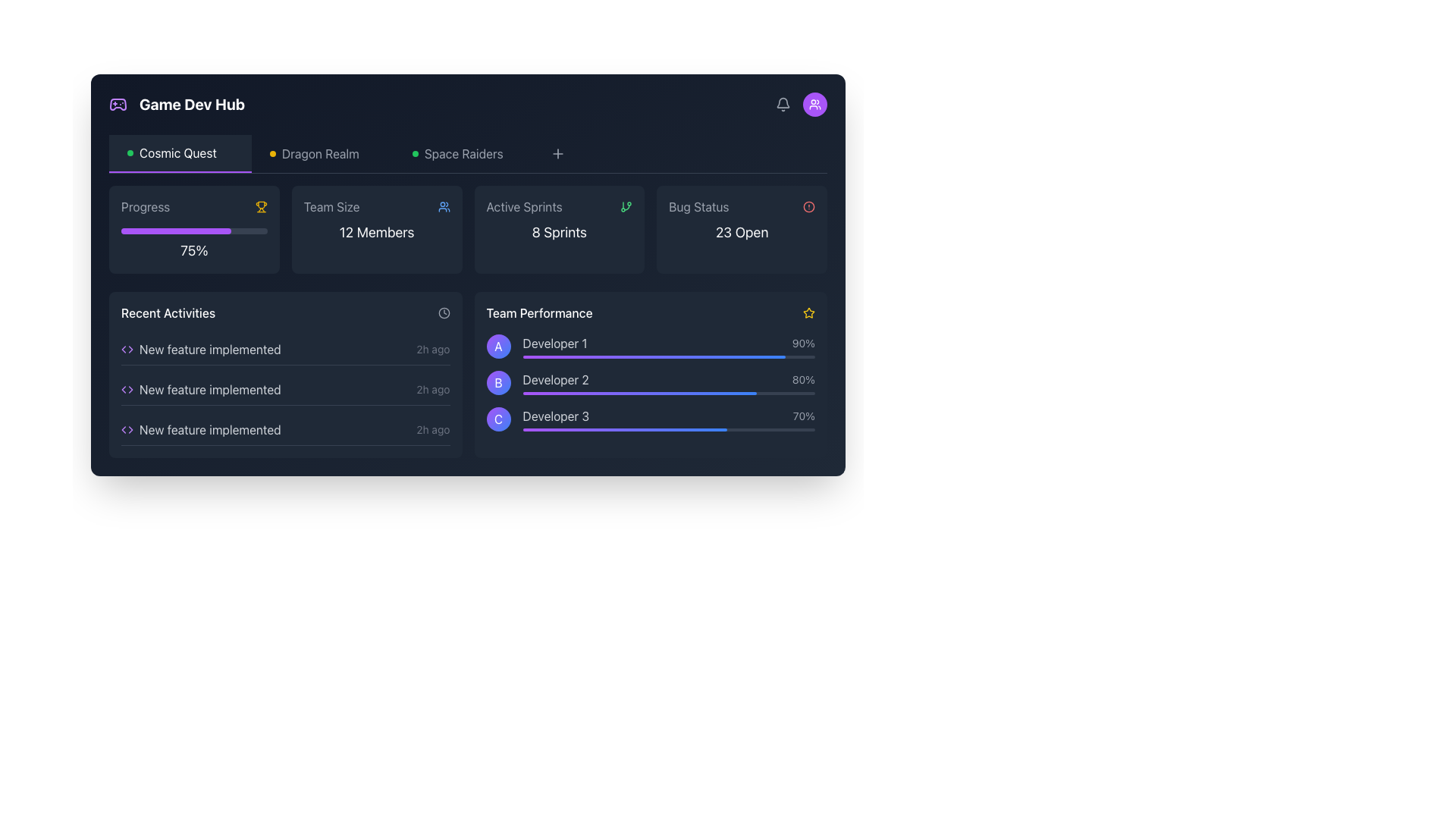 Image resolution: width=1456 pixels, height=819 pixels. Describe the element at coordinates (199, 388) in the screenshot. I see `the text label 'New feature implemented' which is the second item in the 'Recent Activities' list` at that location.